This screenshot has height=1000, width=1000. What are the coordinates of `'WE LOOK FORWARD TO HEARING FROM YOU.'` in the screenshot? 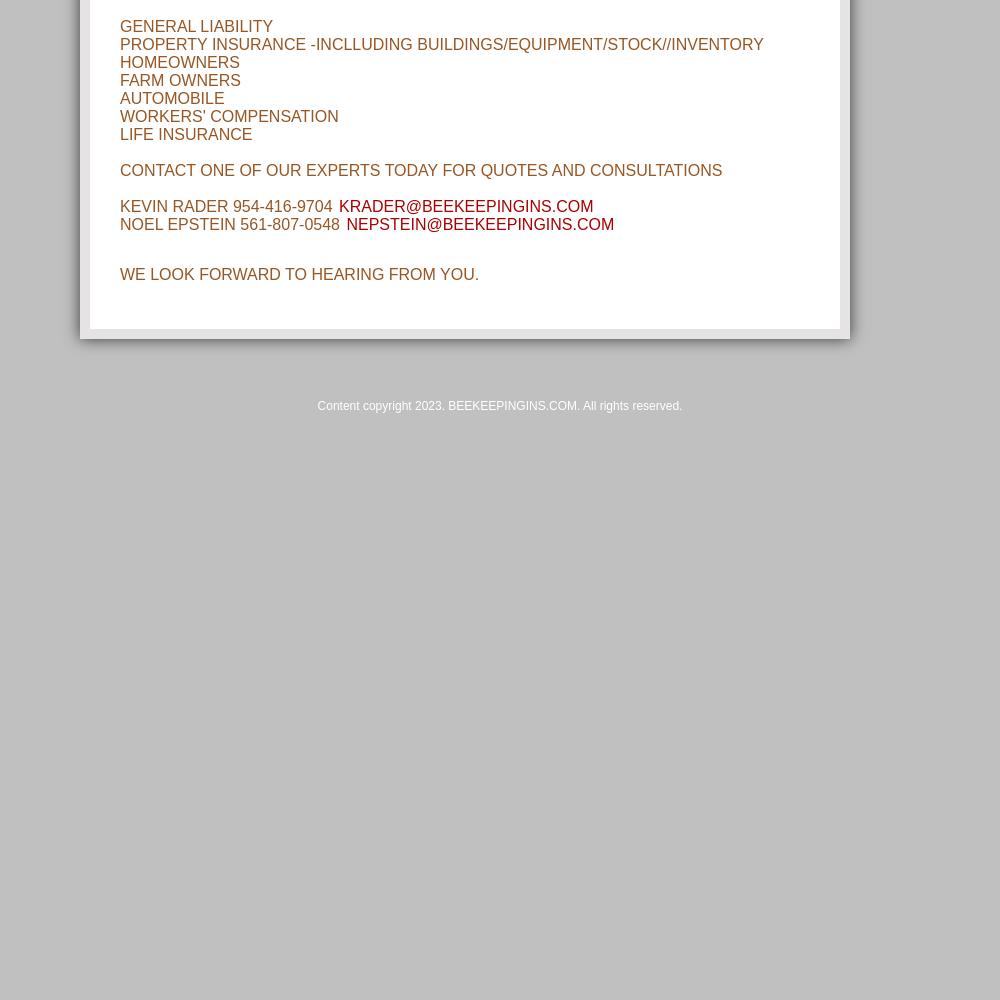 It's located at (299, 274).